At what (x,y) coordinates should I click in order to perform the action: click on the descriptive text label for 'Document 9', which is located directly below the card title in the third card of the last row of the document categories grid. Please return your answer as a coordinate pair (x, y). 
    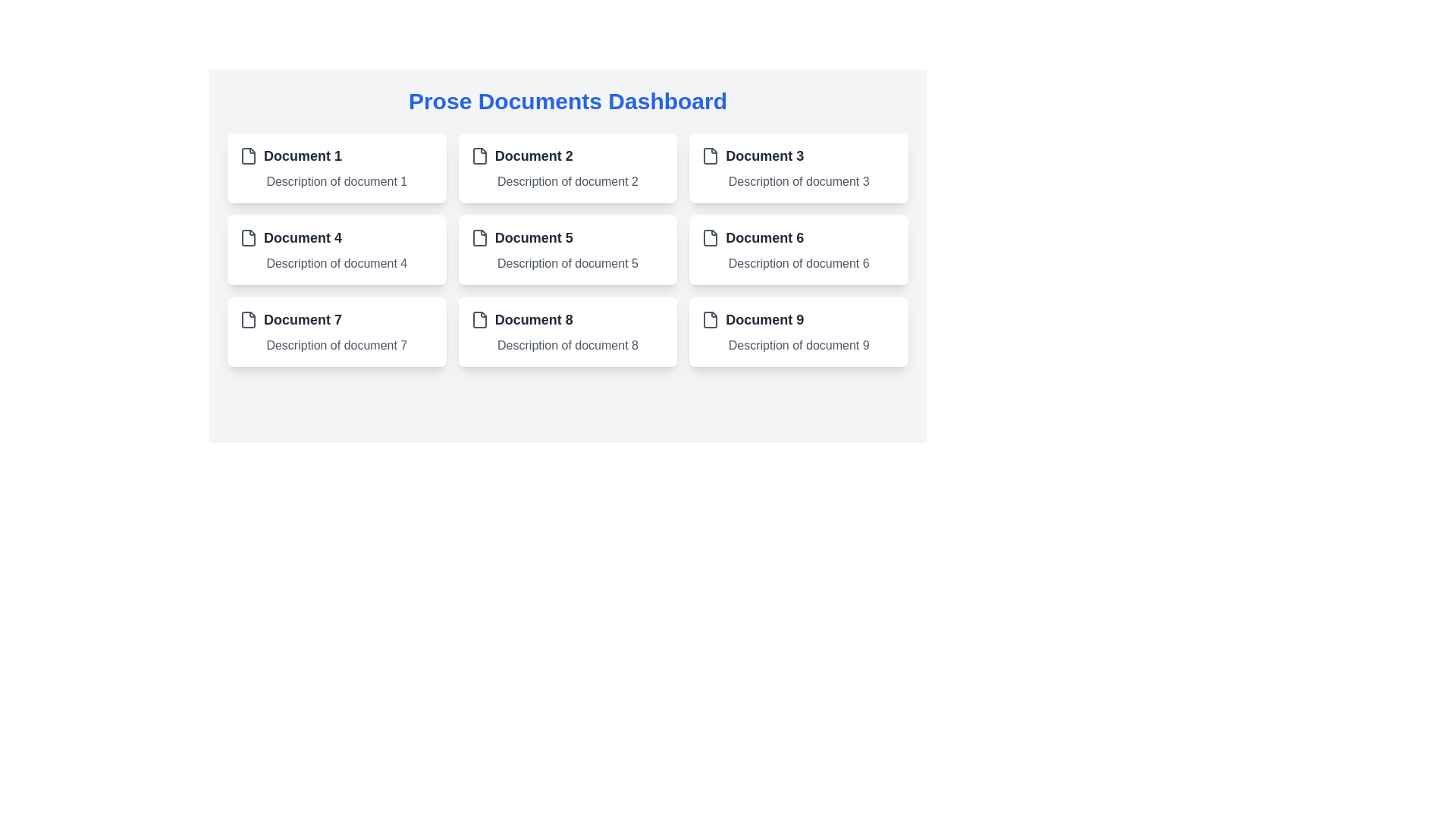
    Looking at the image, I should click on (798, 345).